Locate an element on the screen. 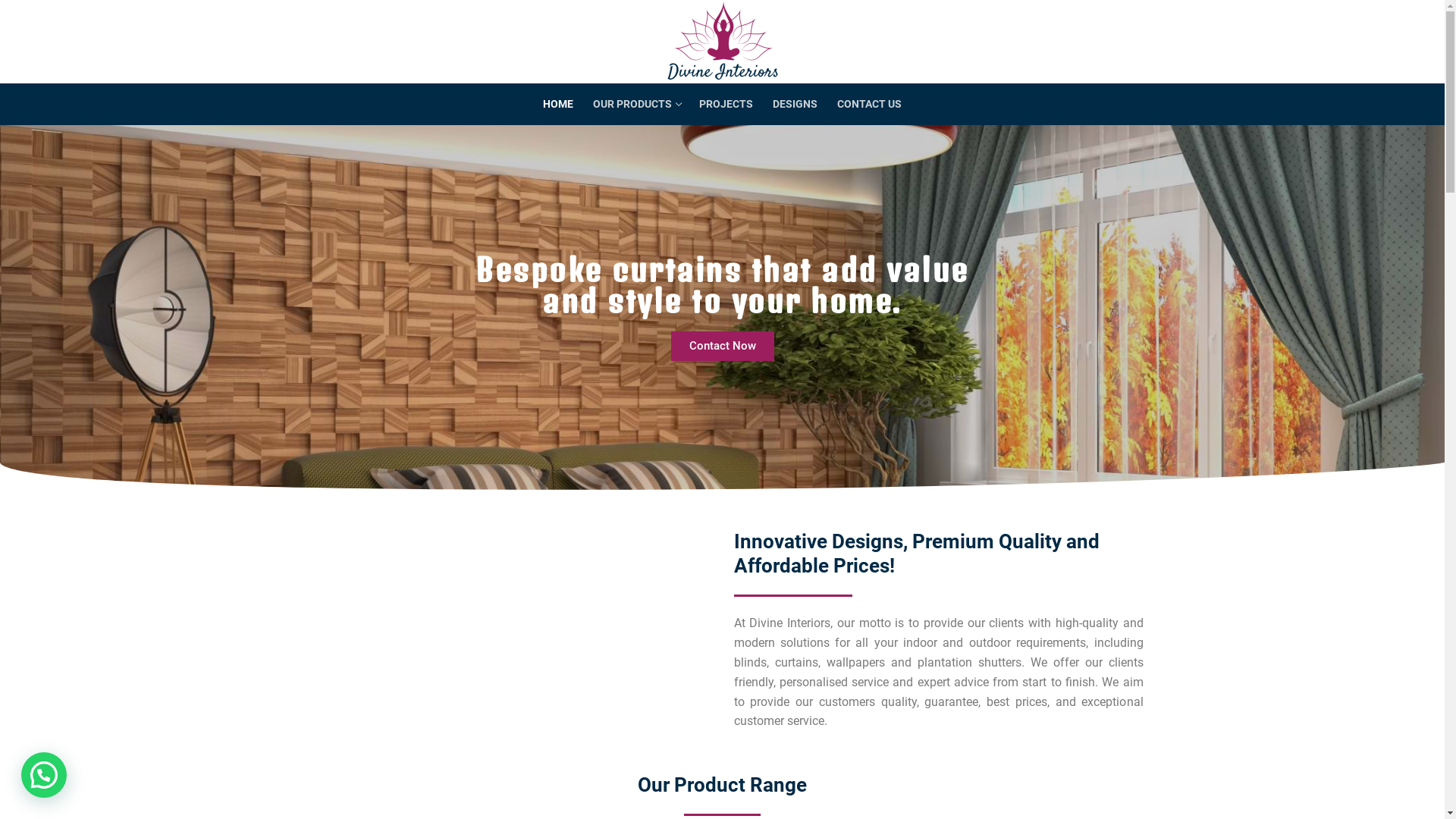  'PROJECTS' is located at coordinates (725, 104).